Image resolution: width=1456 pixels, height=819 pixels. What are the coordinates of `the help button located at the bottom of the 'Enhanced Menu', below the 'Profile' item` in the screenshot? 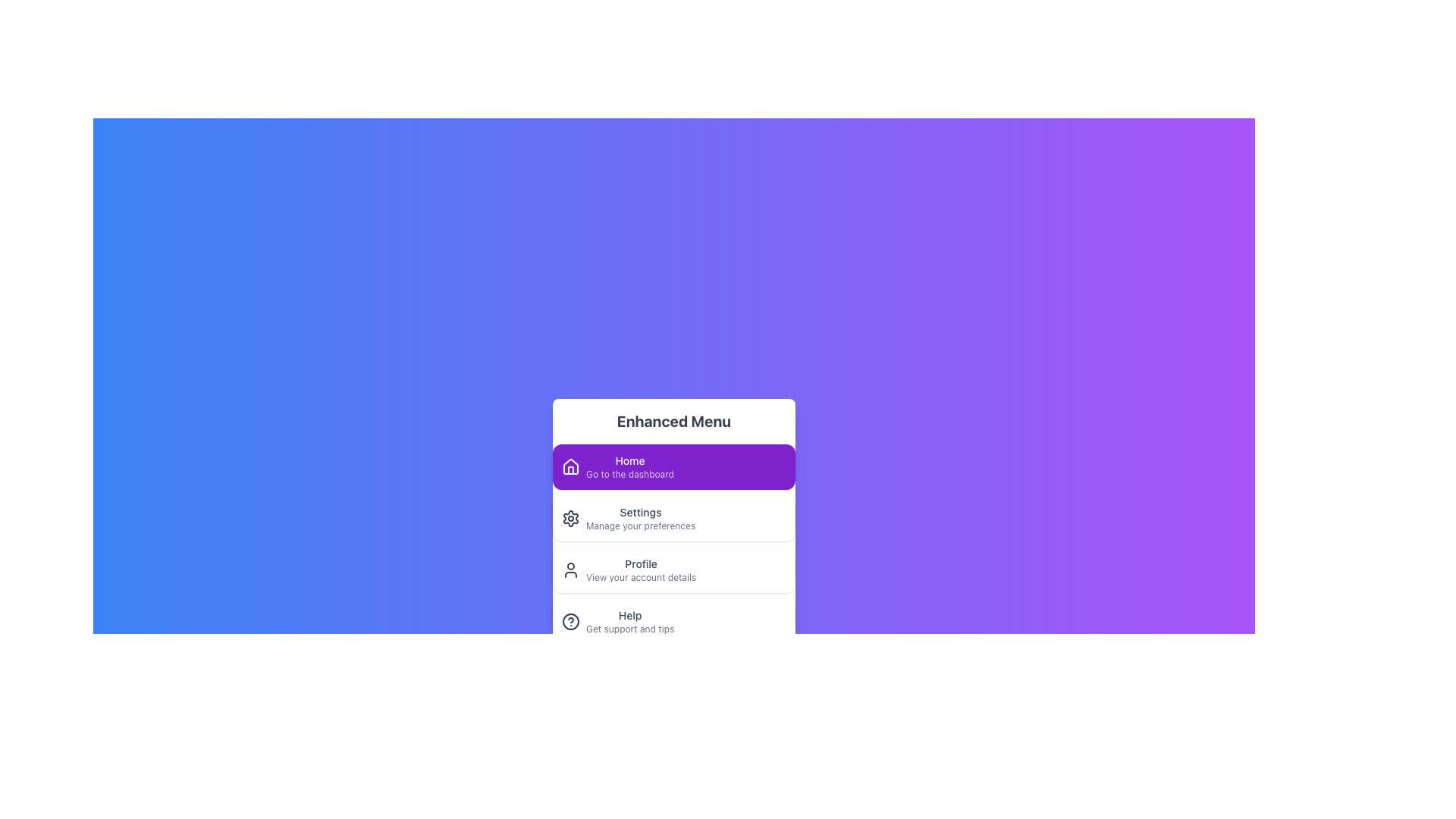 It's located at (673, 622).